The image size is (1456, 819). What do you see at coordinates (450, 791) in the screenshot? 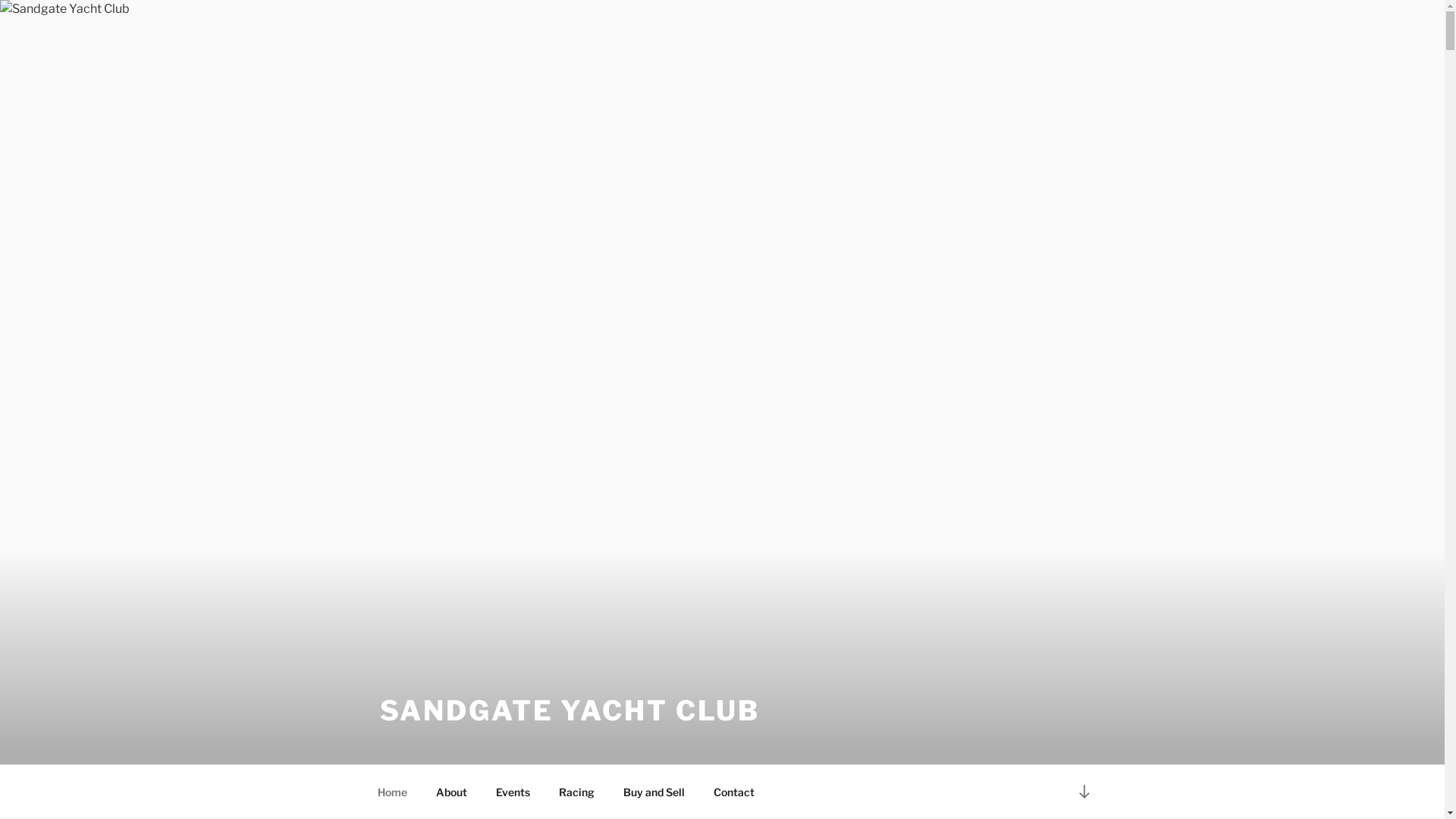
I see `'About'` at bounding box center [450, 791].